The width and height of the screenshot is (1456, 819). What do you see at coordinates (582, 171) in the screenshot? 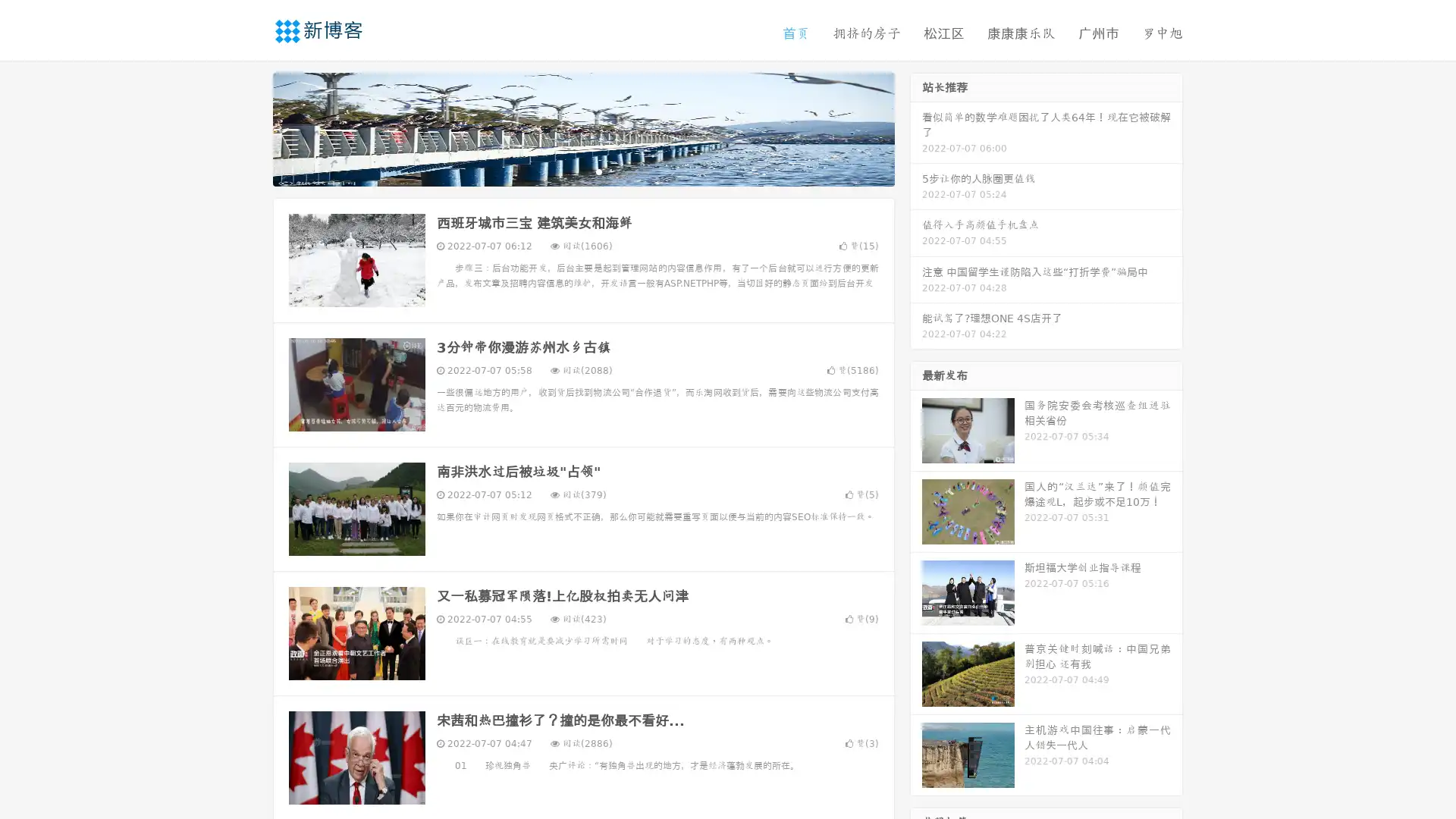
I see `Go to slide 2` at bounding box center [582, 171].